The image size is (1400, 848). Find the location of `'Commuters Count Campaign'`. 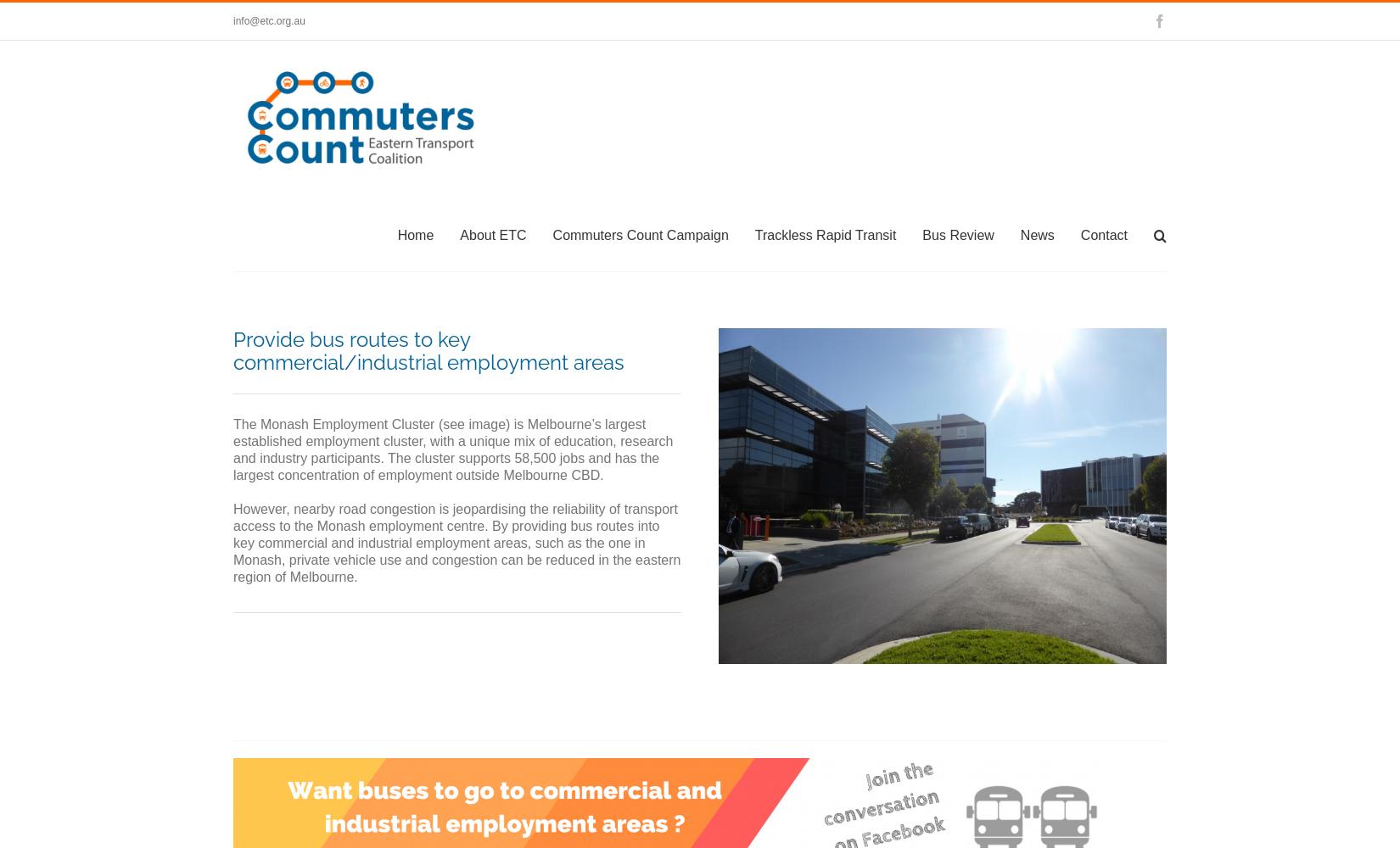

'Commuters Count Campaign' is located at coordinates (639, 234).